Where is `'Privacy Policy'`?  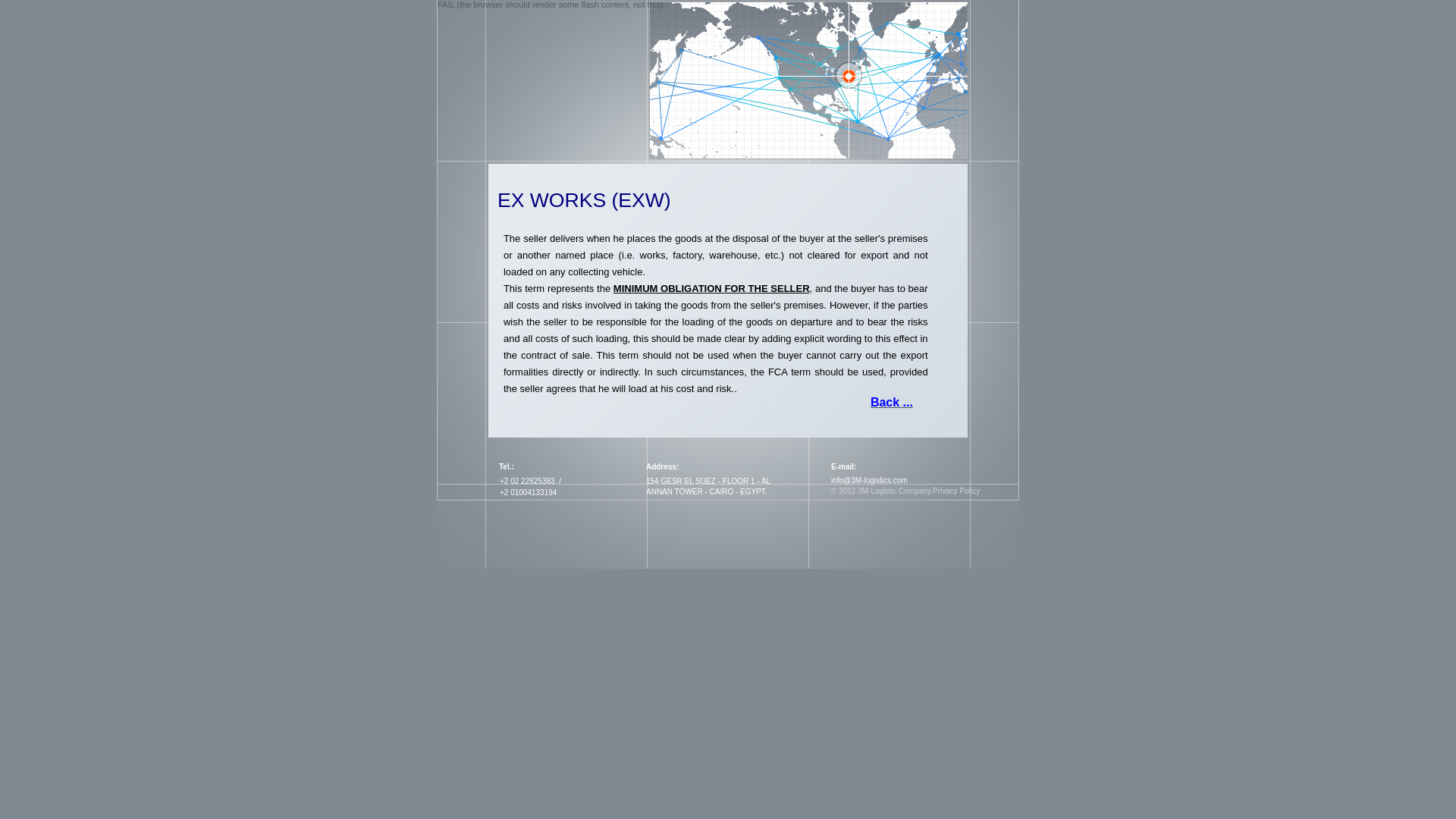 'Privacy Policy' is located at coordinates (955, 491).